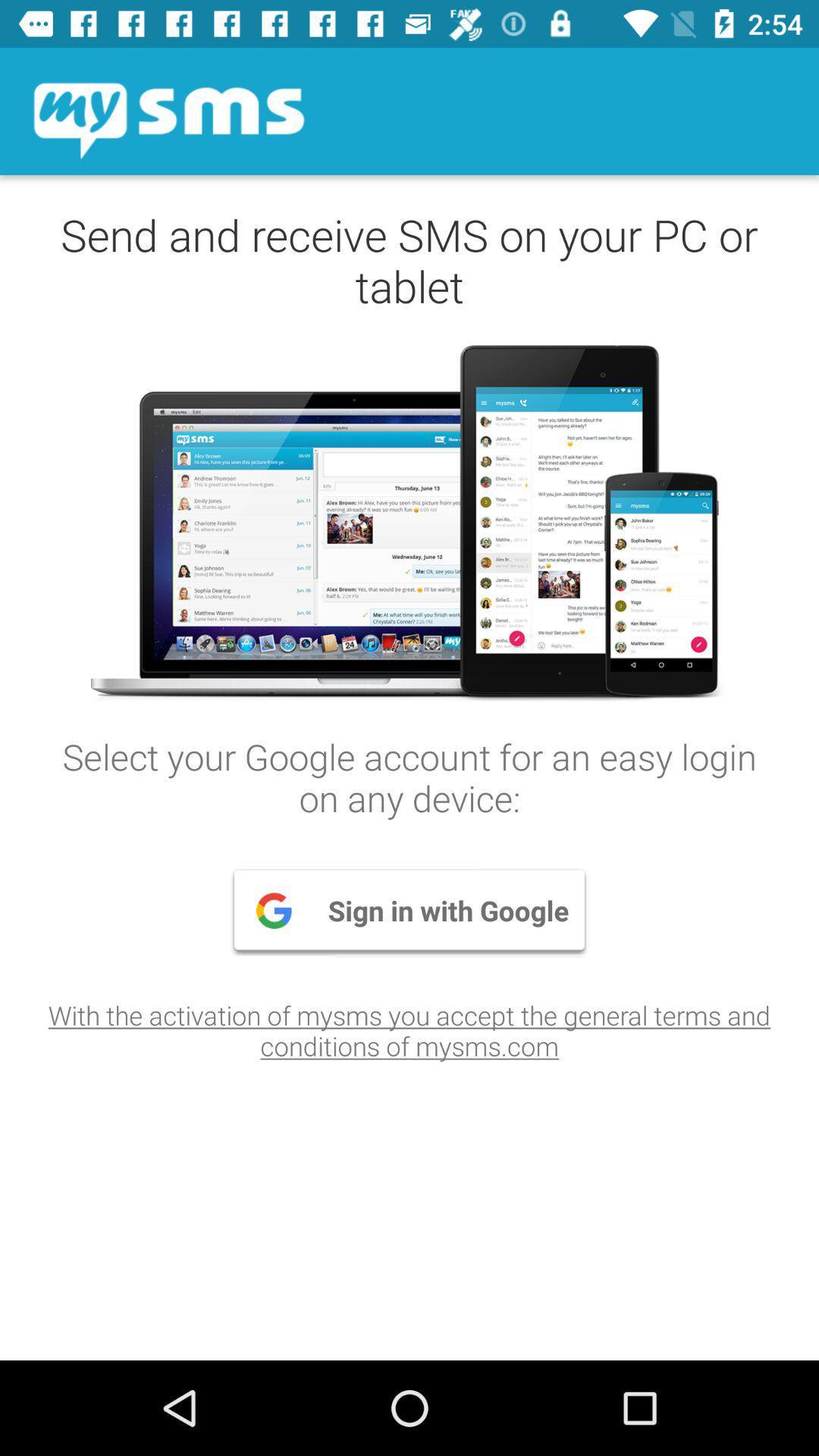  Describe the element at coordinates (409, 910) in the screenshot. I see `the sign in with item` at that location.